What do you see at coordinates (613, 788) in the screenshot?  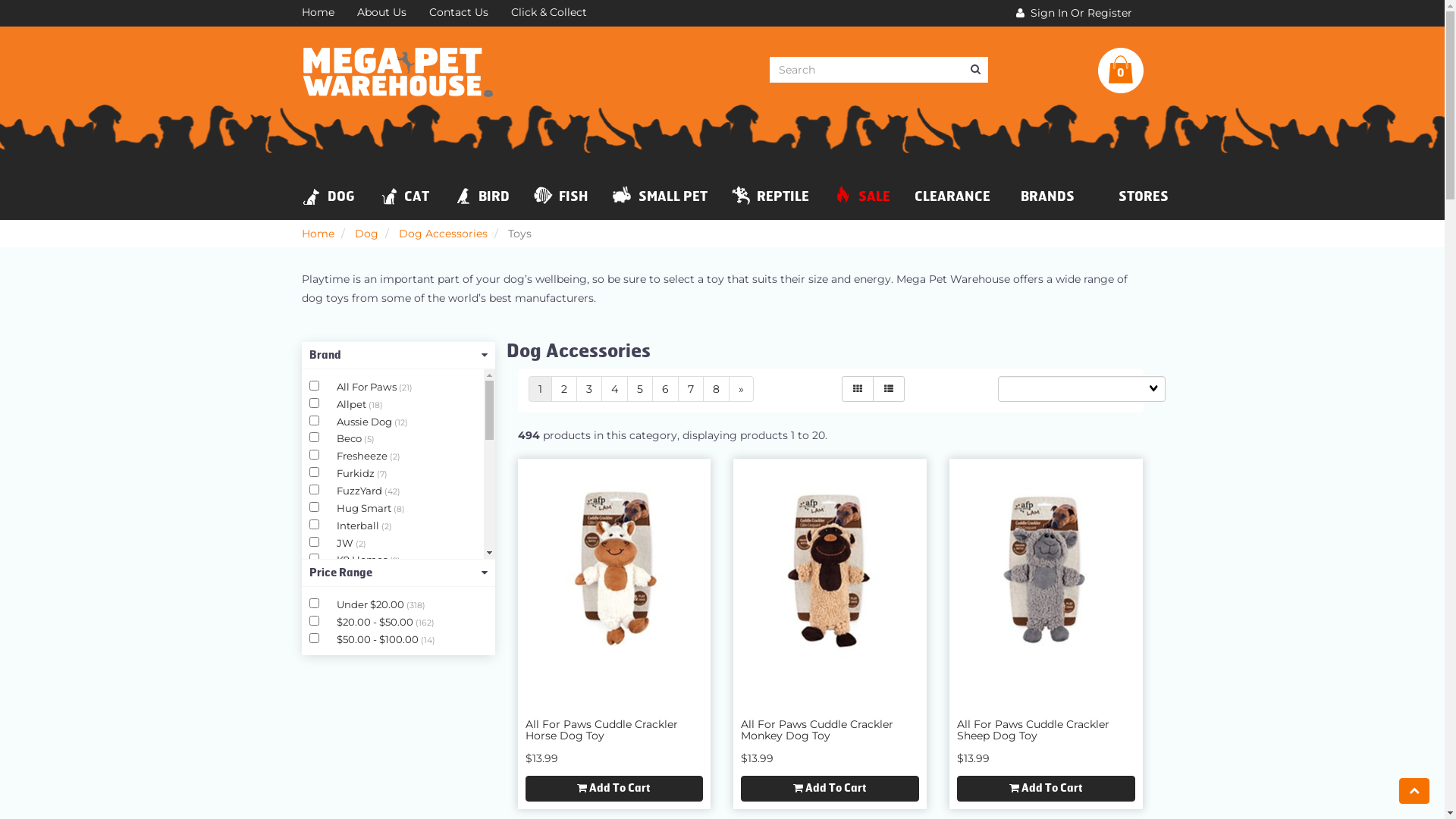 I see `'Add To Cart'` at bounding box center [613, 788].